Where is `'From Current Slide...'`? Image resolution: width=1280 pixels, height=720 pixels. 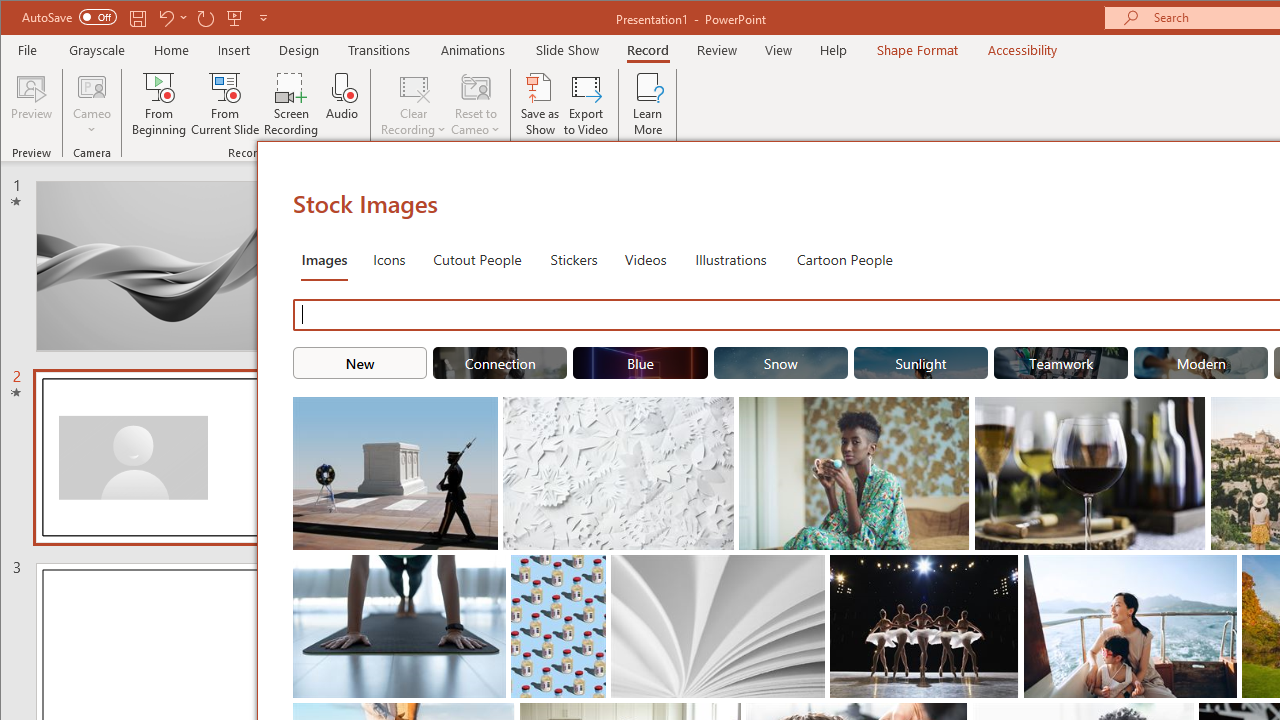 'From Current Slide...' is located at coordinates (225, 104).